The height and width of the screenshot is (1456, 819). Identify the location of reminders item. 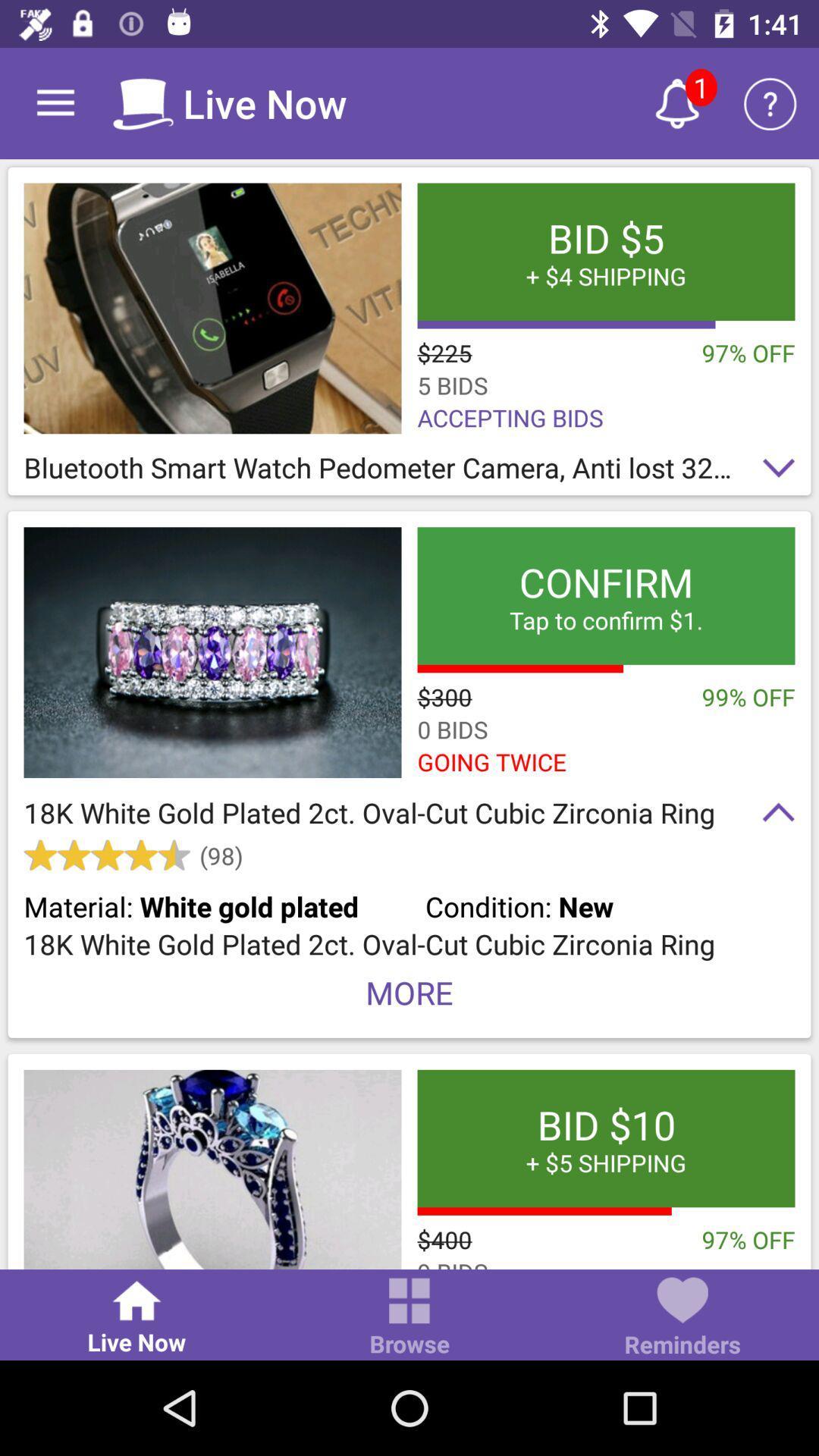
(681, 1318).